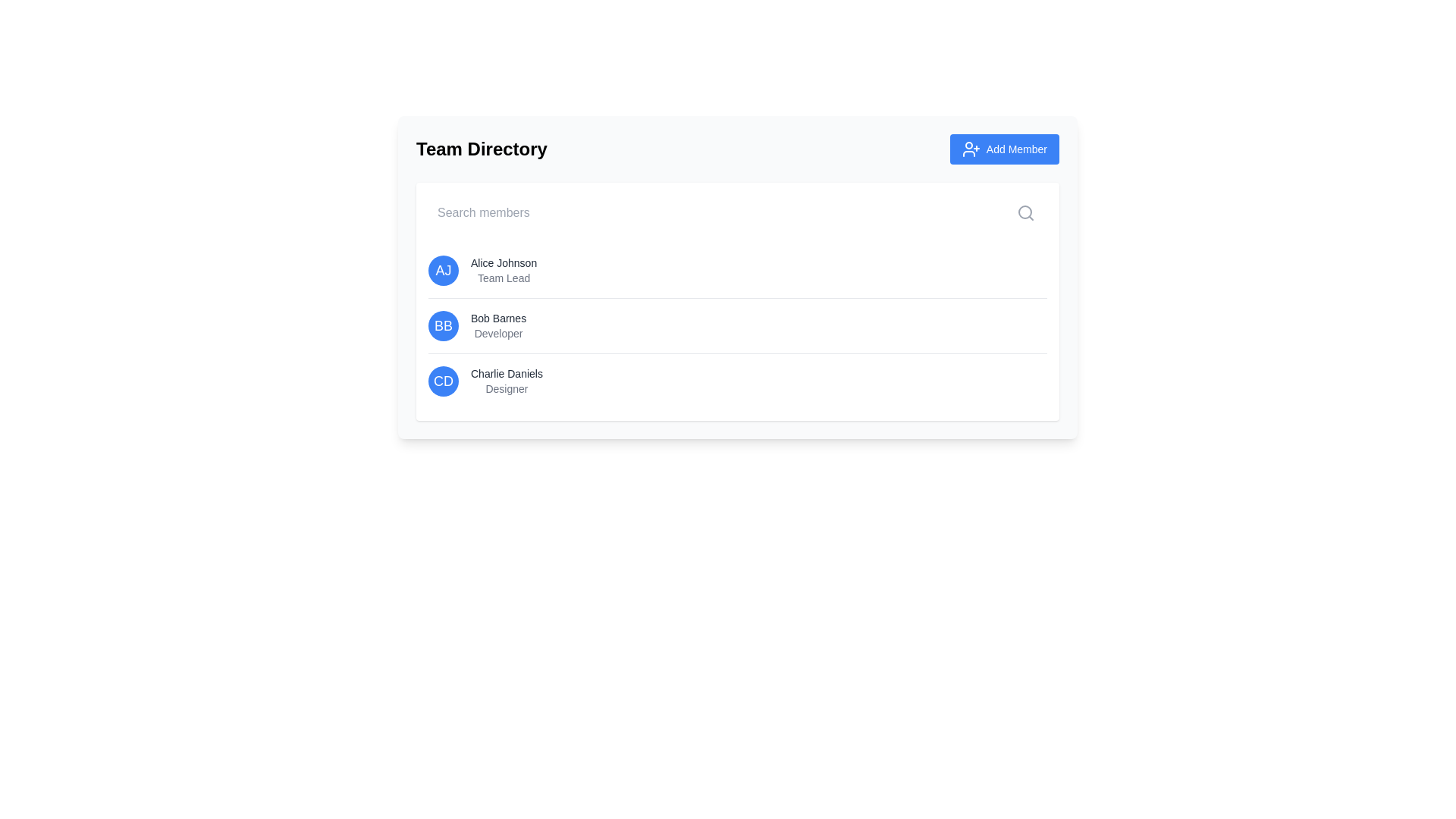  What do you see at coordinates (507, 374) in the screenshot?
I see `the text element containing 'Charlie Daniels' in the 'Team Directory' section, styled with a small font size and dark gray color, positioned under the last team member's name` at bounding box center [507, 374].